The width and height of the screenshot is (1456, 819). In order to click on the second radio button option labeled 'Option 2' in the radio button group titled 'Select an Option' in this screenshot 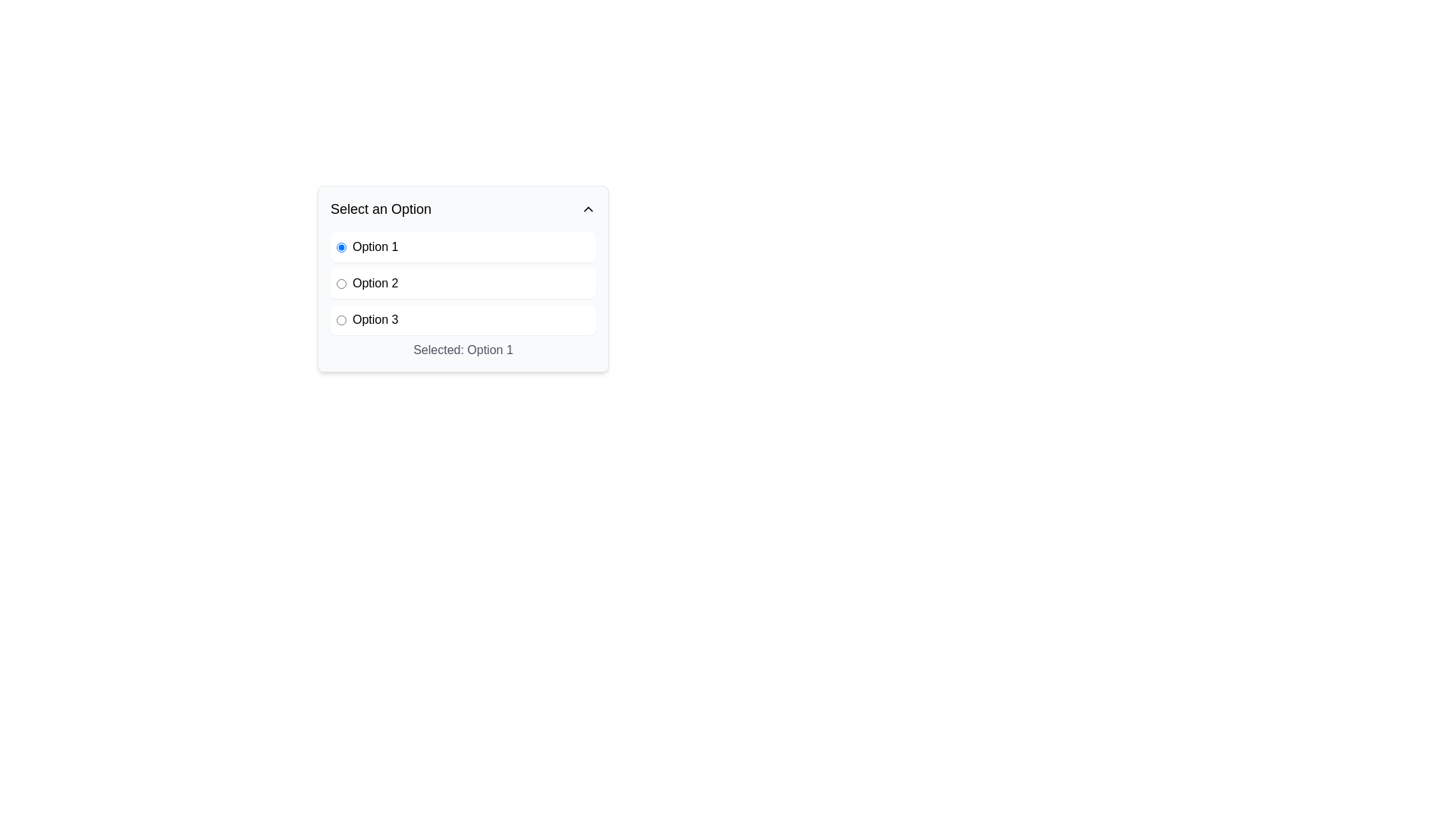, I will do `click(462, 284)`.